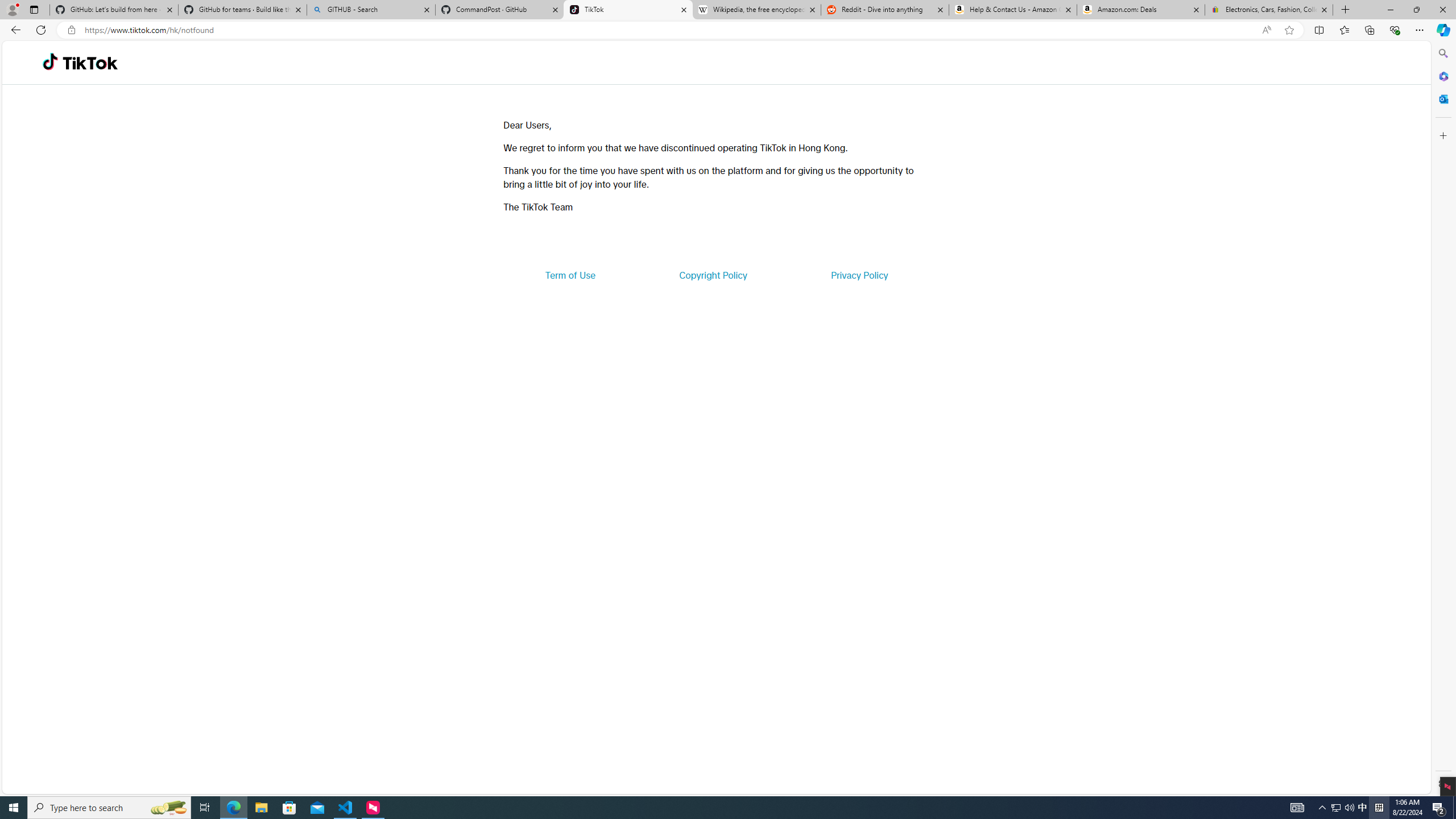  What do you see at coordinates (1394, 29) in the screenshot?
I see `'Browser essentials'` at bounding box center [1394, 29].